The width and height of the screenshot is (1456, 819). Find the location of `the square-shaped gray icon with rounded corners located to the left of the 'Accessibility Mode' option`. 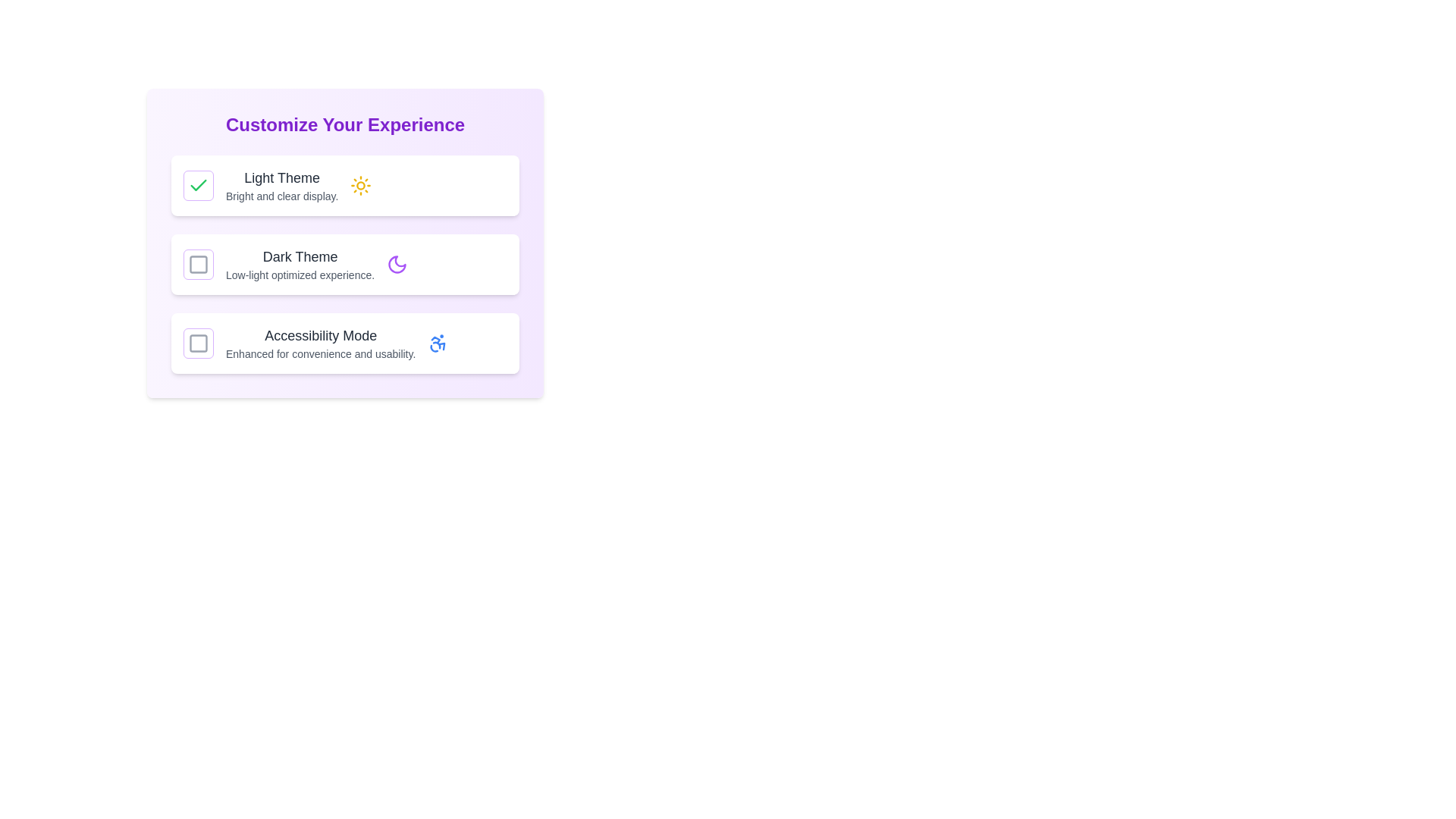

the square-shaped gray icon with rounded corners located to the left of the 'Accessibility Mode' option is located at coordinates (198, 343).